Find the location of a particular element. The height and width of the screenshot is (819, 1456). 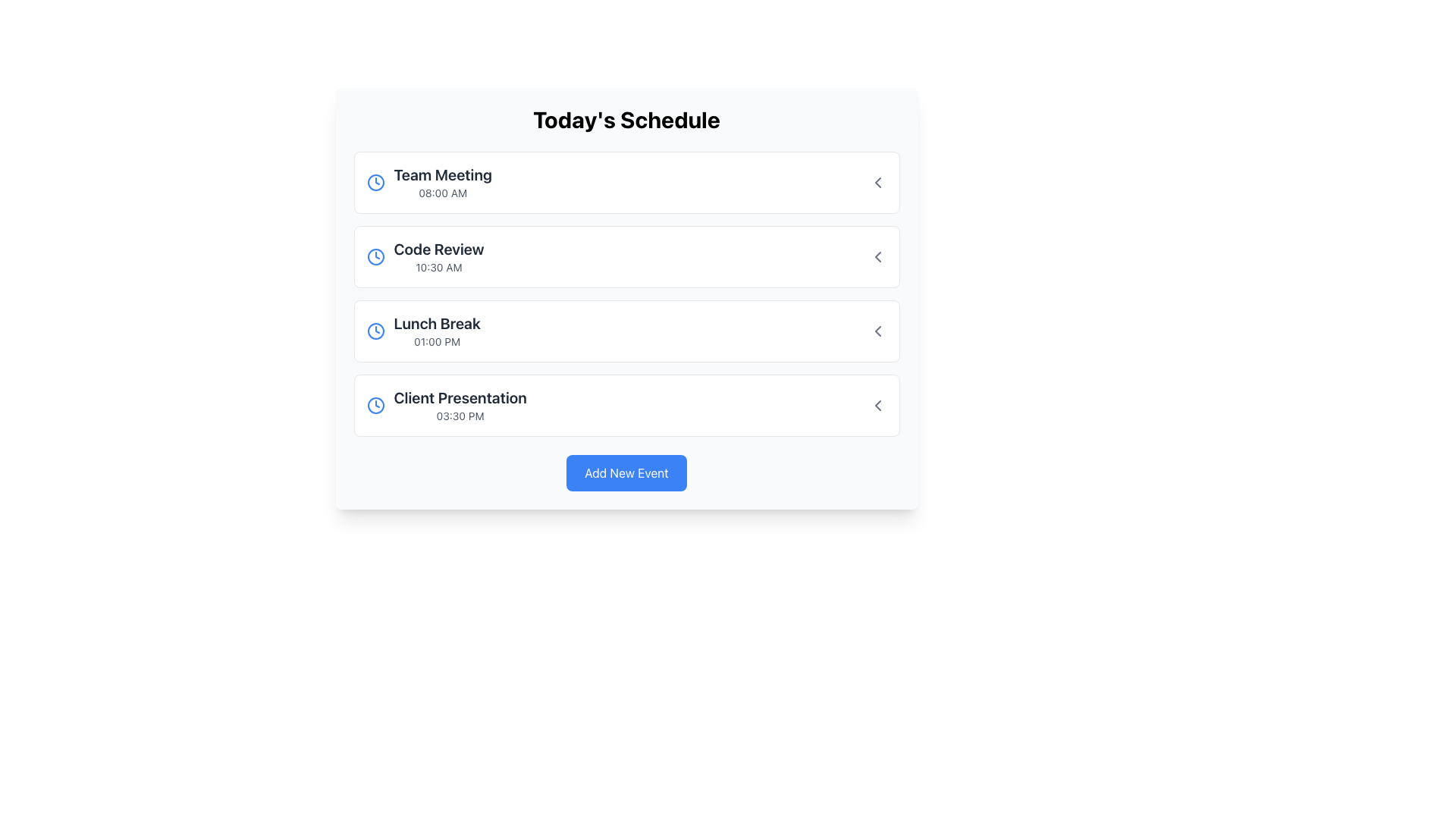

the interactive arrow icon at the far right of the 'Team Meeting 08:00 AM' row is located at coordinates (877, 181).